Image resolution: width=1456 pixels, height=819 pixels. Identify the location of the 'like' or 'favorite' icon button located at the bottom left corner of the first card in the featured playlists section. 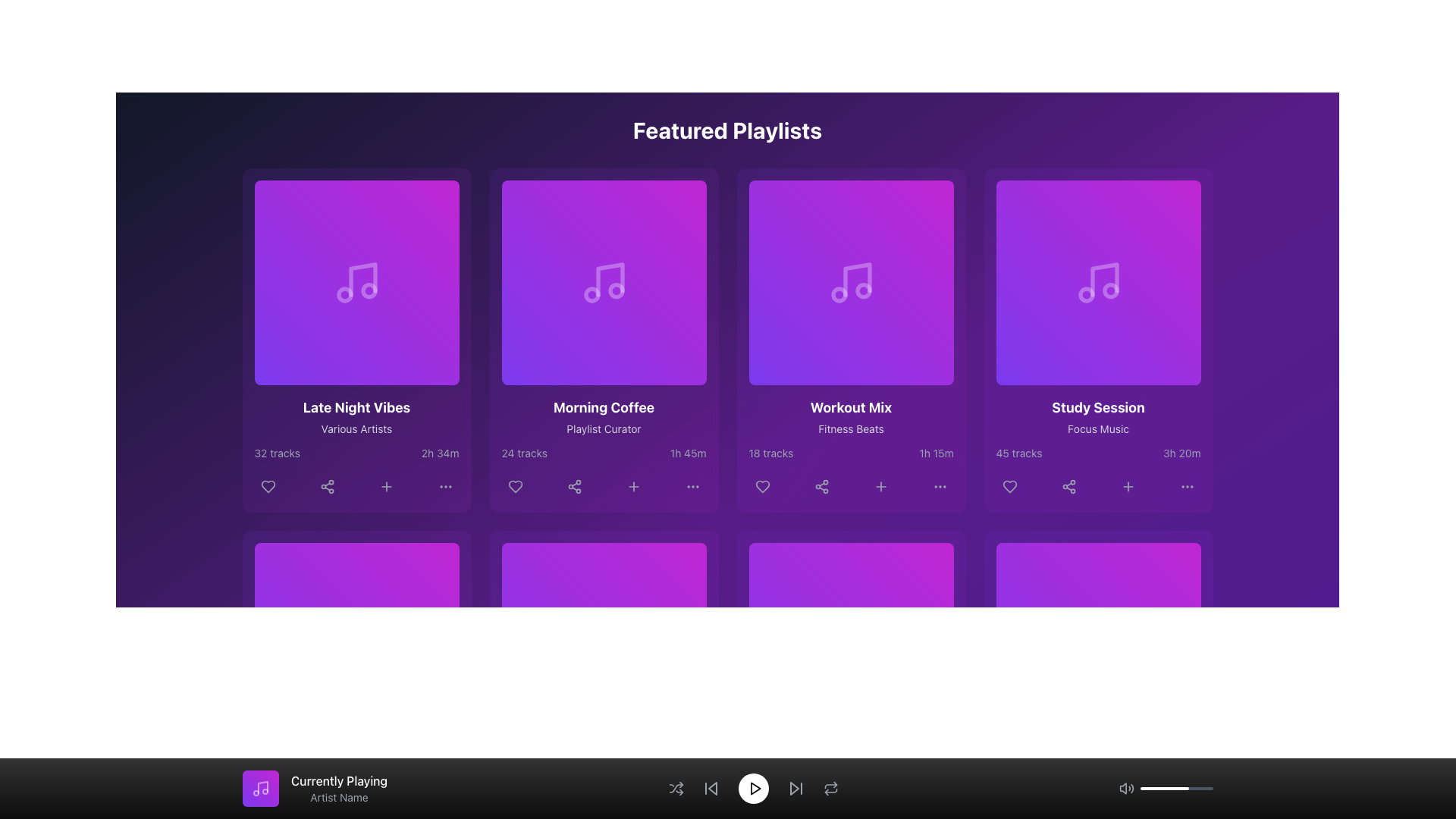
(268, 486).